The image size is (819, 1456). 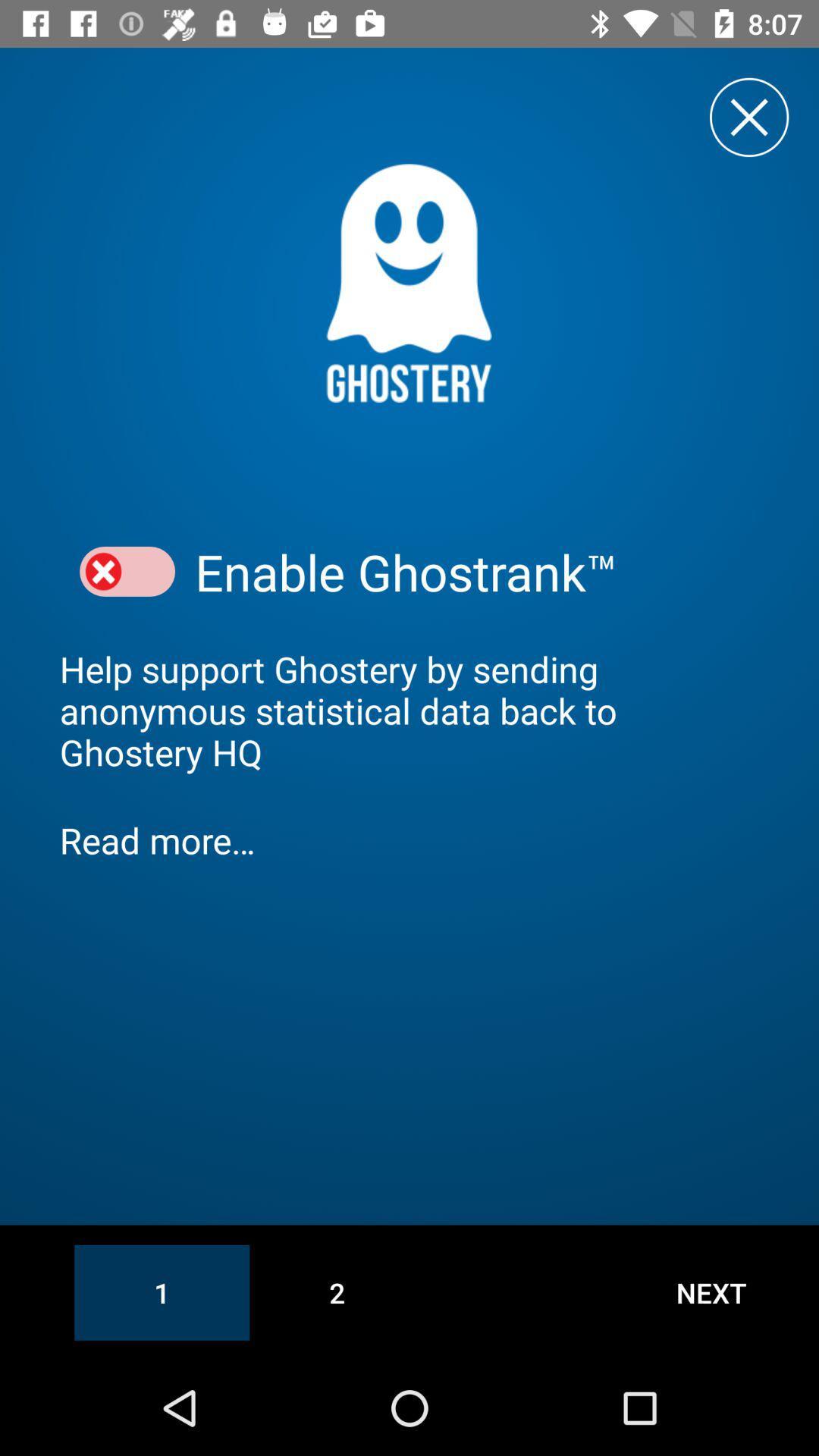 I want to click on 2, so click(x=336, y=1291).